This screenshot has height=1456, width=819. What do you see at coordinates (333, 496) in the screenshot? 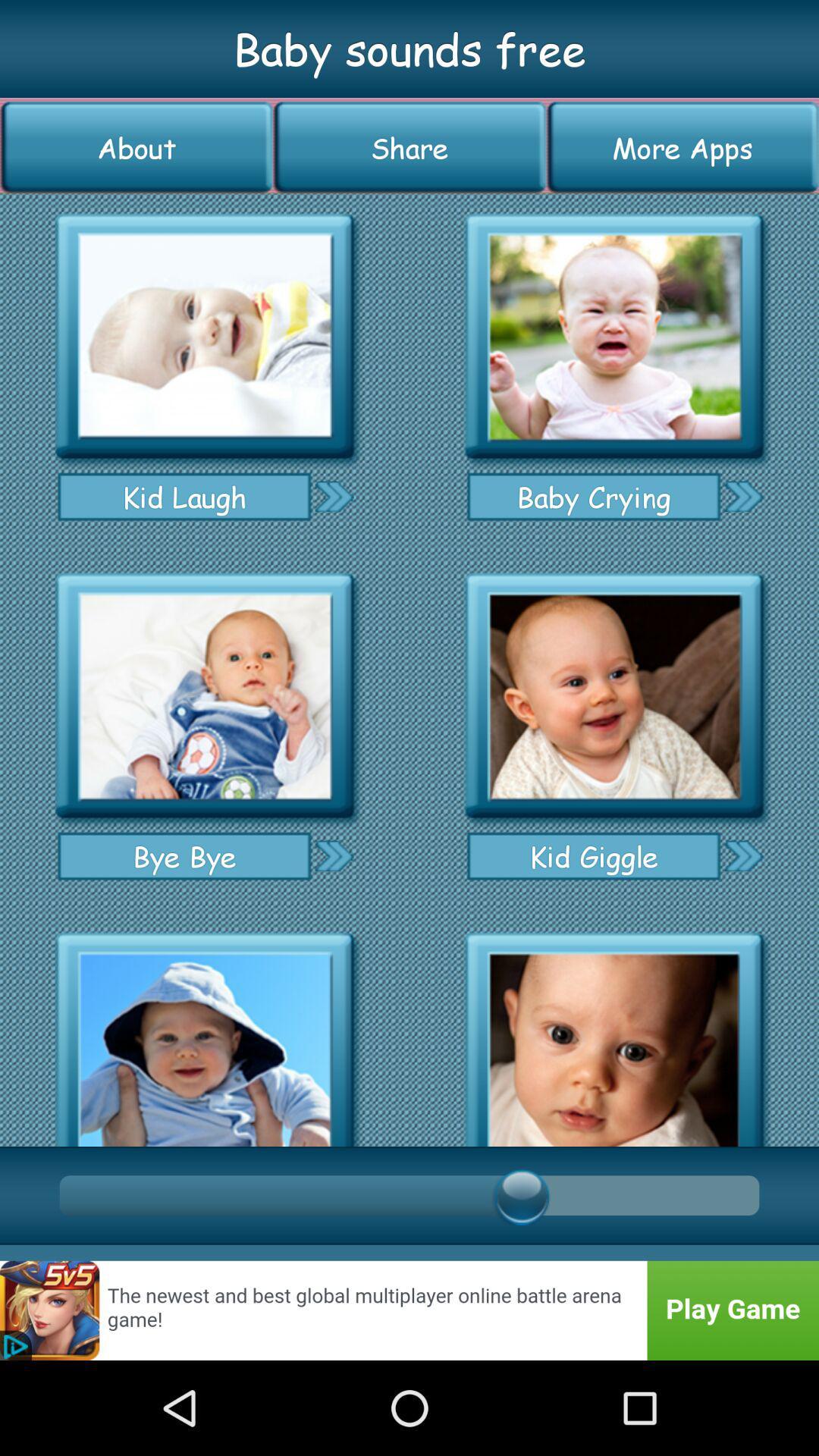
I see `previous button` at bounding box center [333, 496].